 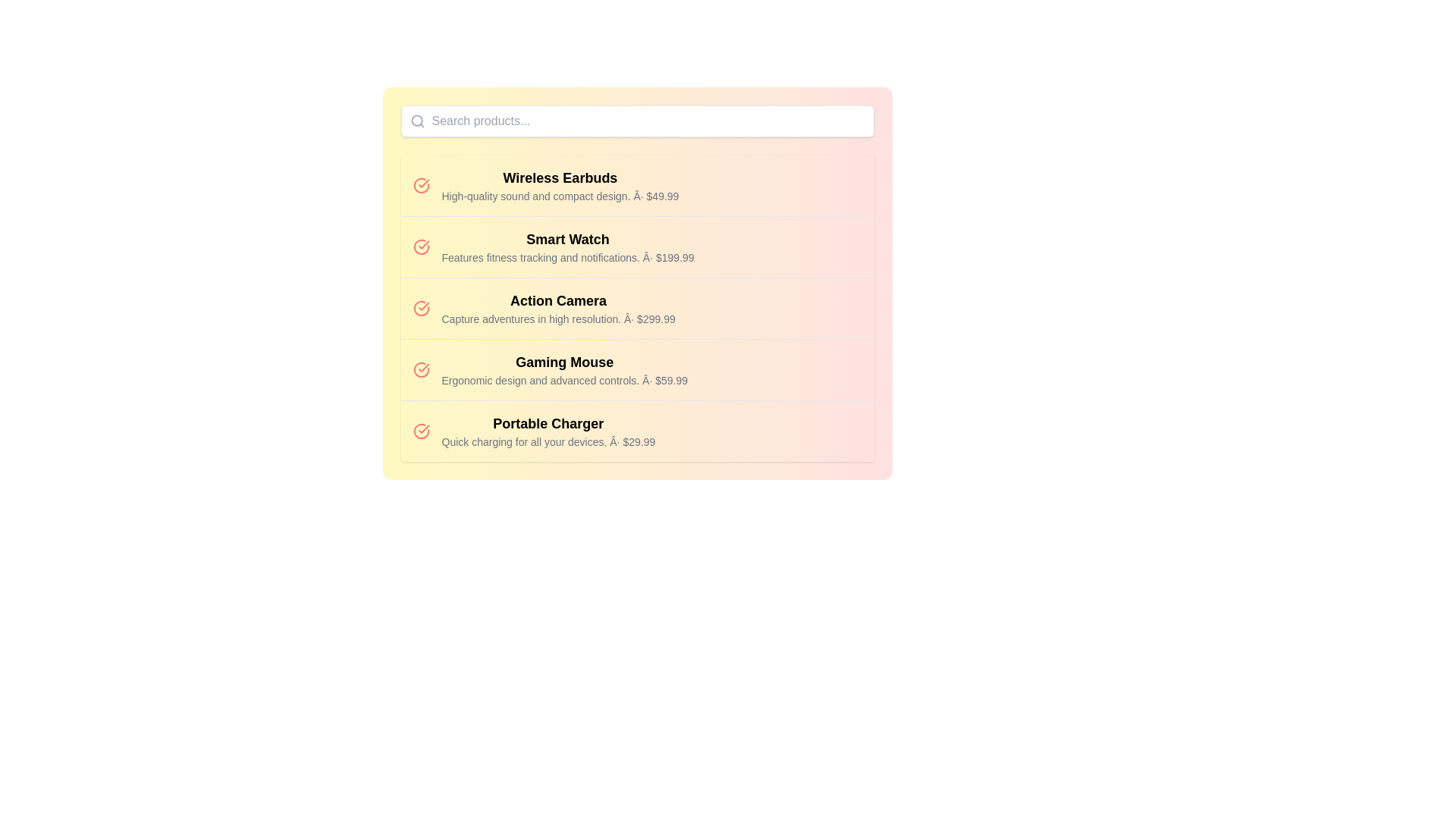 What do you see at coordinates (563, 362) in the screenshot?
I see `the text label displaying 'Gaming Mouse', which is styled in bold and larger font, positioned in the center-left part of the interface` at bounding box center [563, 362].